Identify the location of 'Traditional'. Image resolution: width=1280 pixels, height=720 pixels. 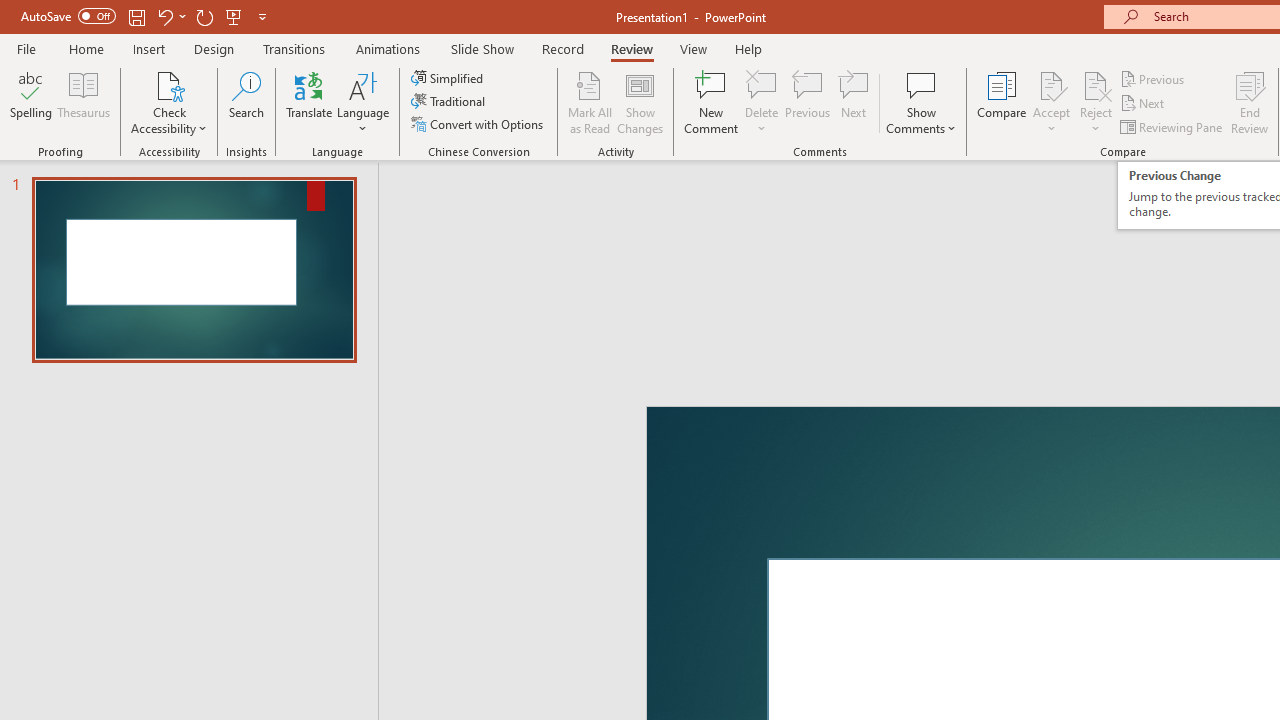
(448, 101).